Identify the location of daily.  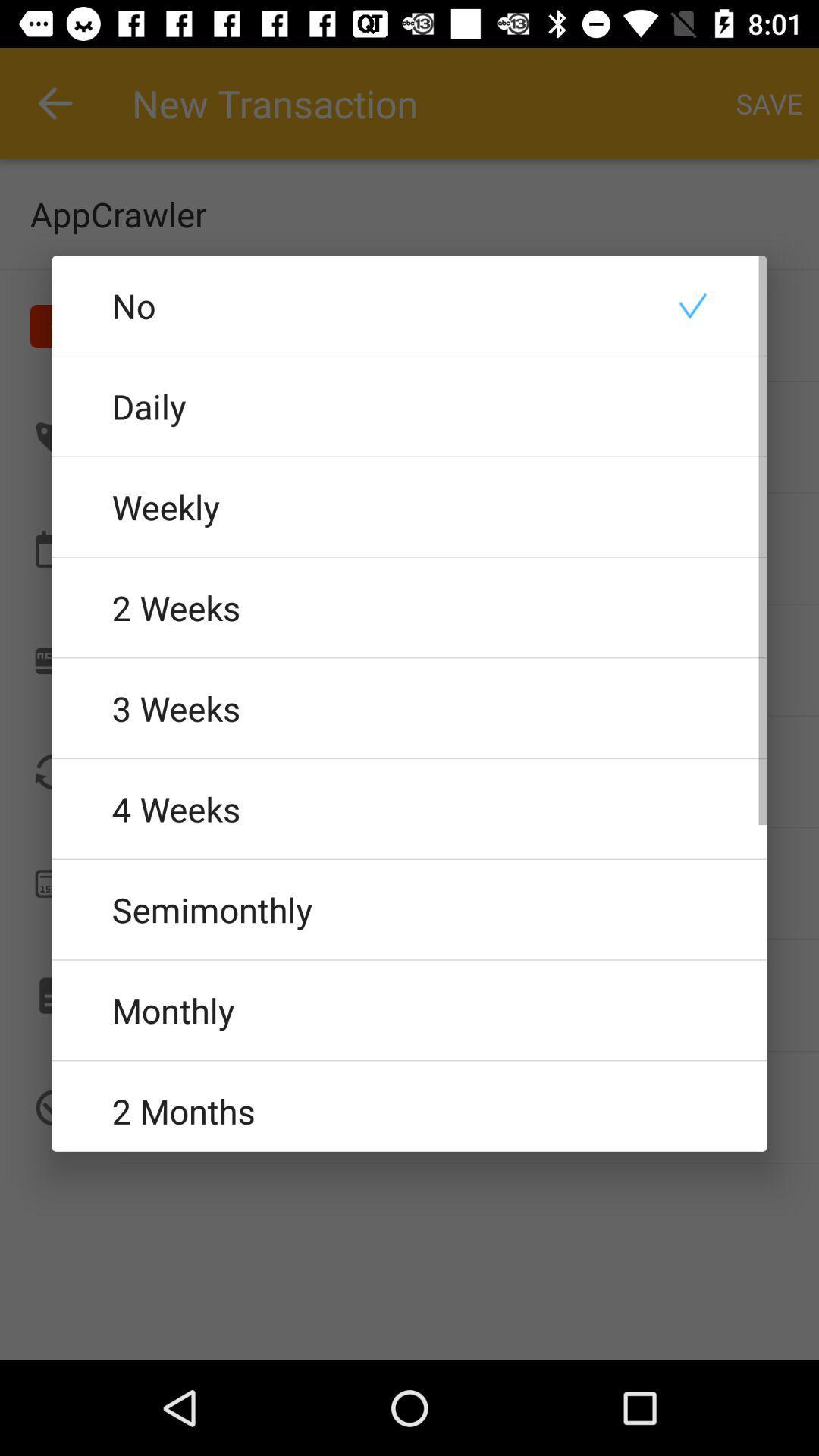
(409, 406).